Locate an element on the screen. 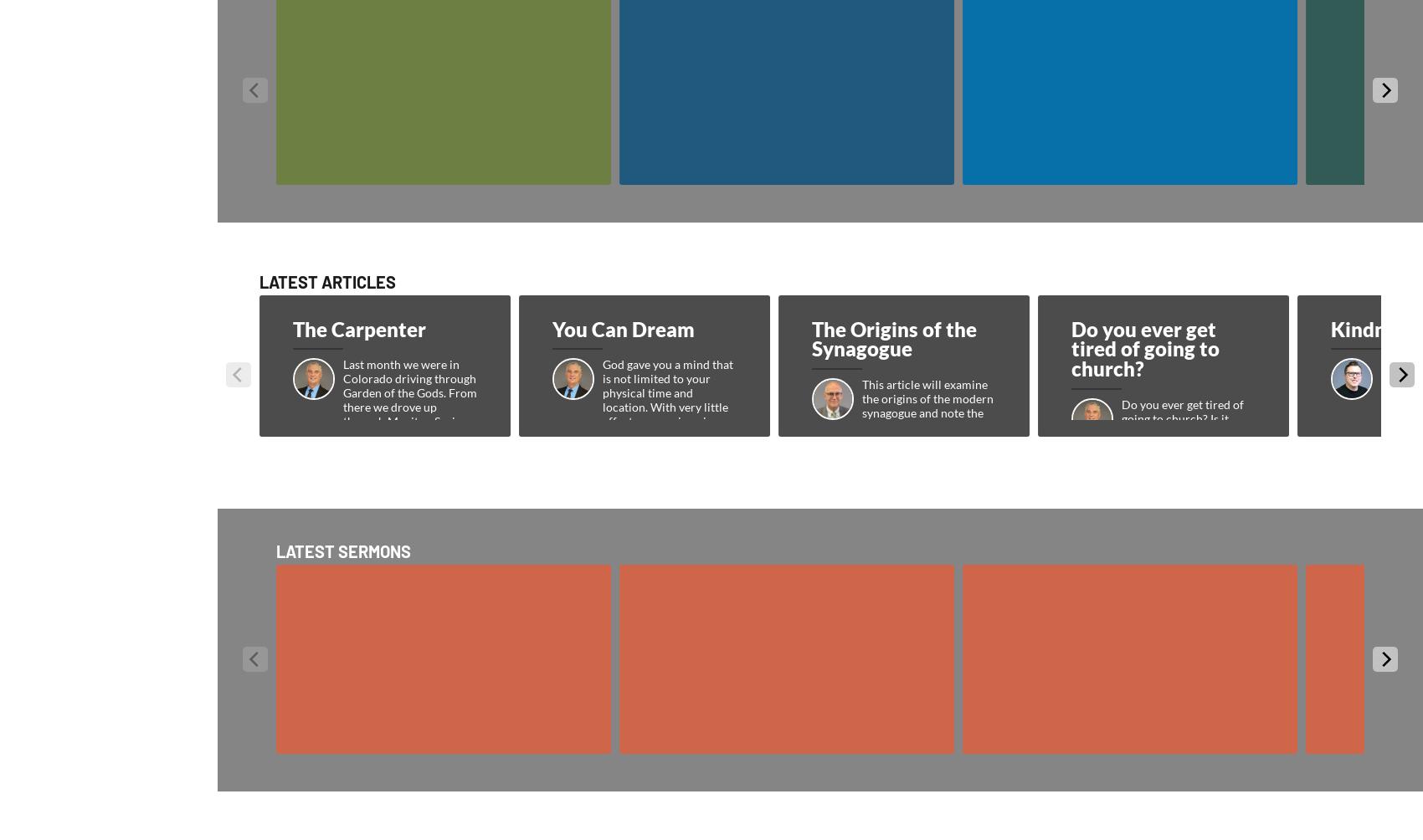 The image size is (1423, 840). 'God gave you a mind that is not limited to your physical time and location. With very little effort you can imagine yourself being in a different place a different time, being able to do things you can't actually do.' is located at coordinates (668, 428).